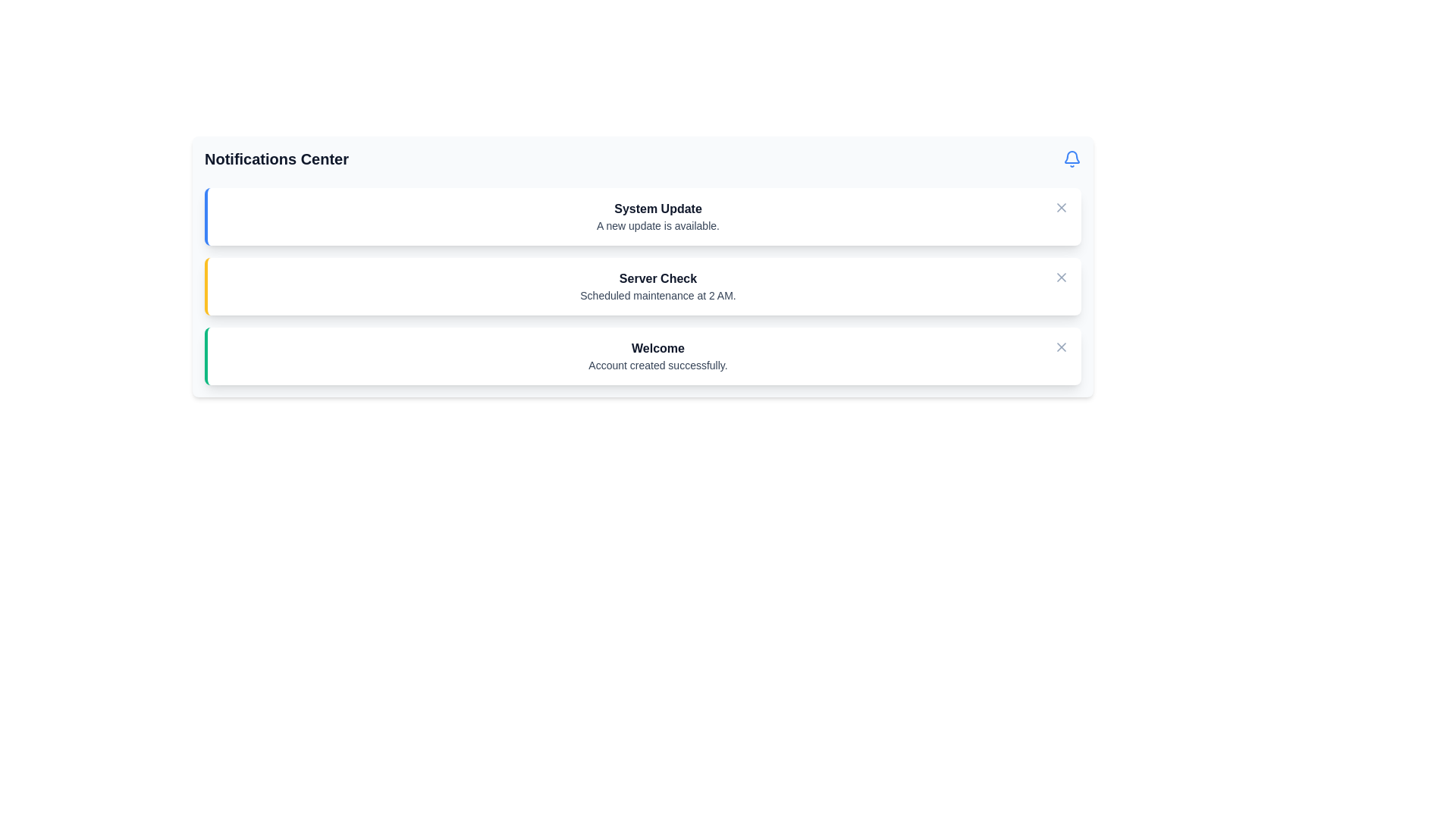 The width and height of the screenshot is (1456, 819). What do you see at coordinates (658, 225) in the screenshot?
I see `the Text Label that notifies the user about an available system update, located on the second row of the notification list below the 'System Update' header` at bounding box center [658, 225].